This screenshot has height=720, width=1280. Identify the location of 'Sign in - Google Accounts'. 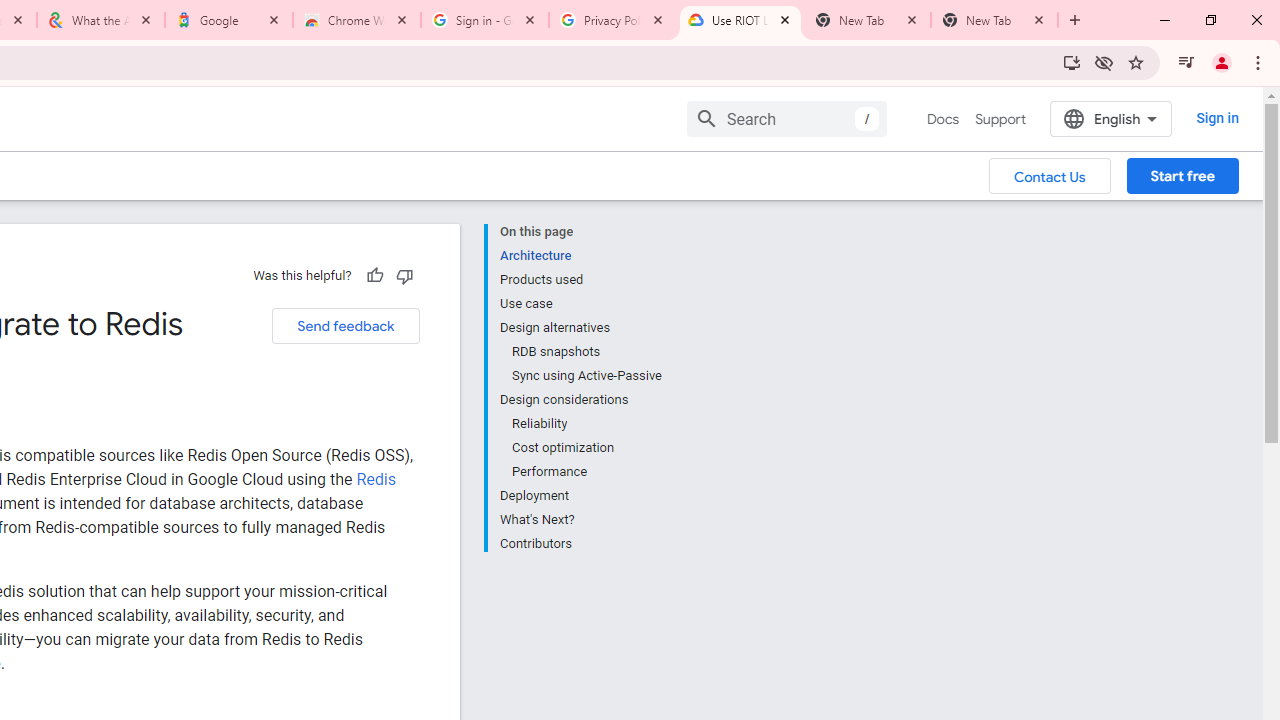
(485, 20).